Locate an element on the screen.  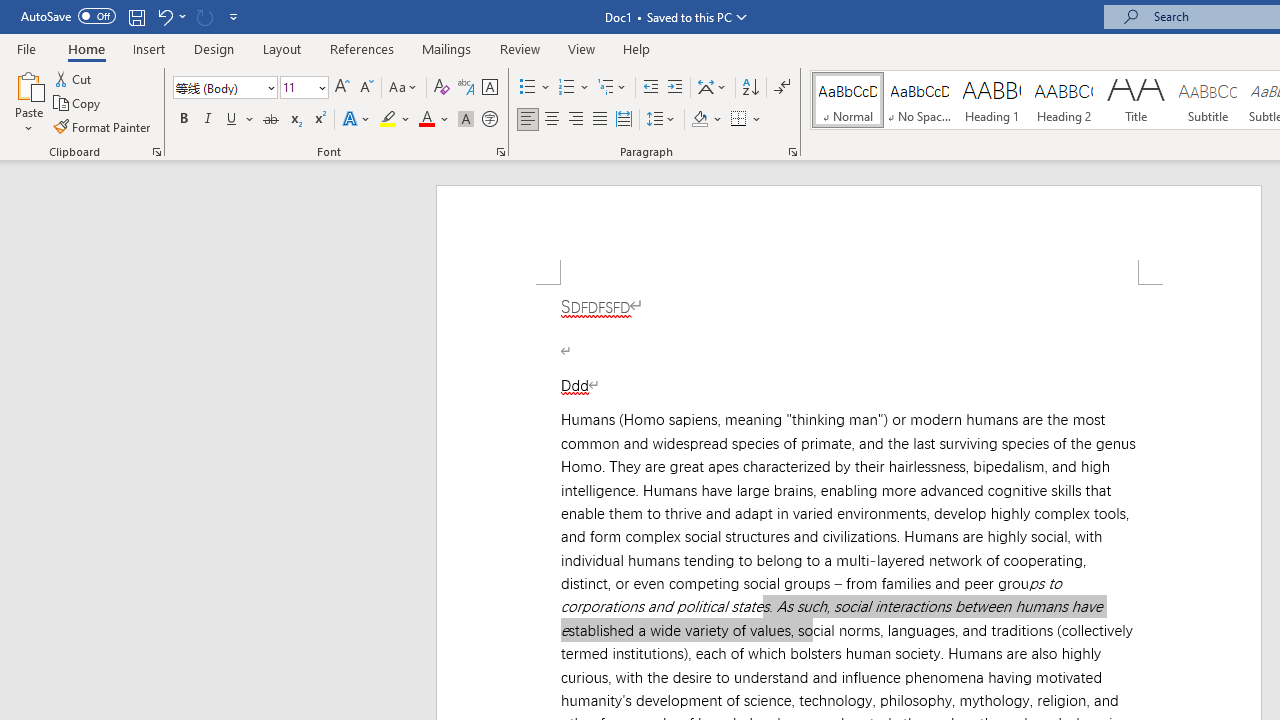
'Grow Font' is located at coordinates (342, 86).